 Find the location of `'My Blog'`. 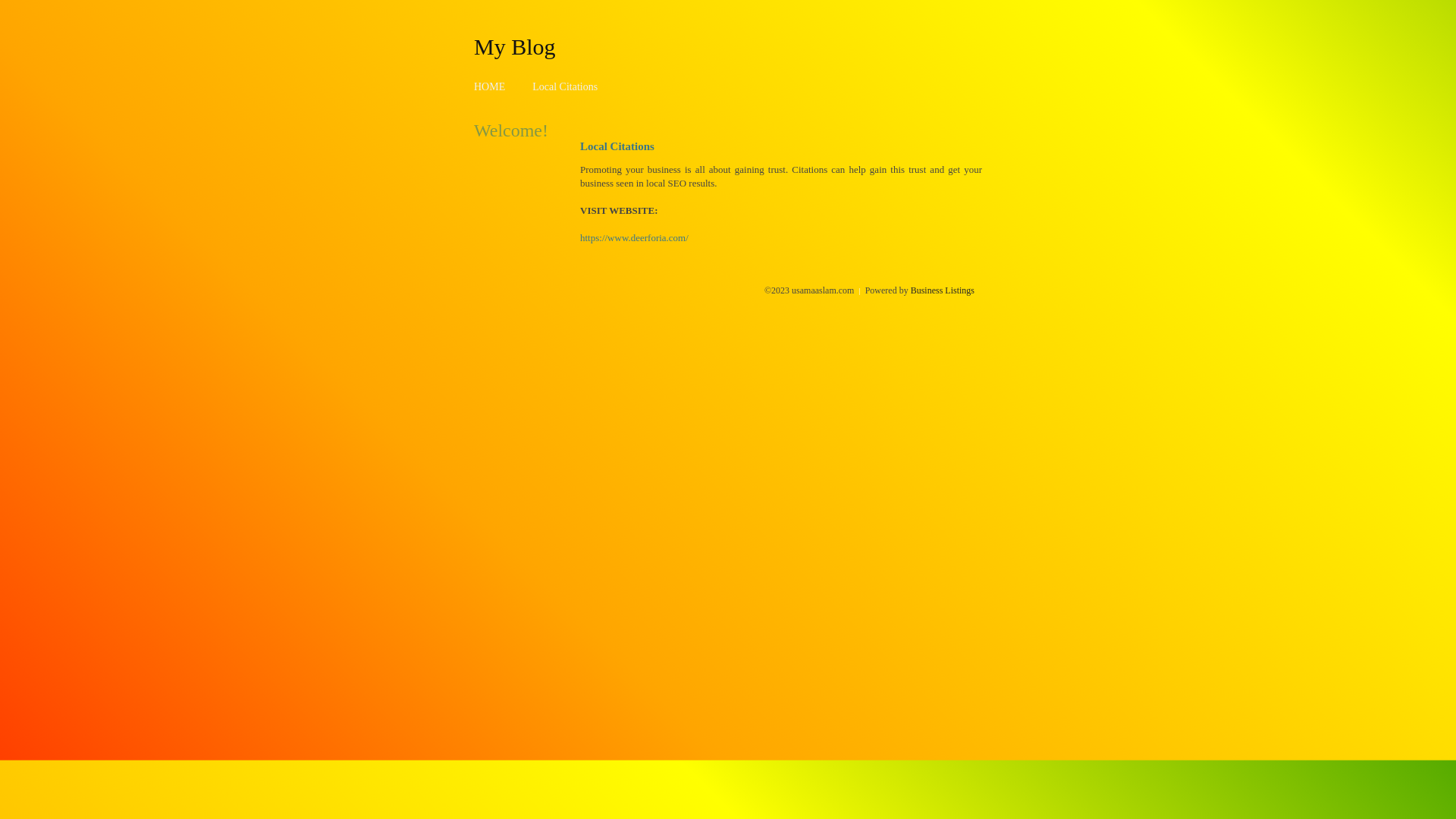

'My Blog' is located at coordinates (472, 45).